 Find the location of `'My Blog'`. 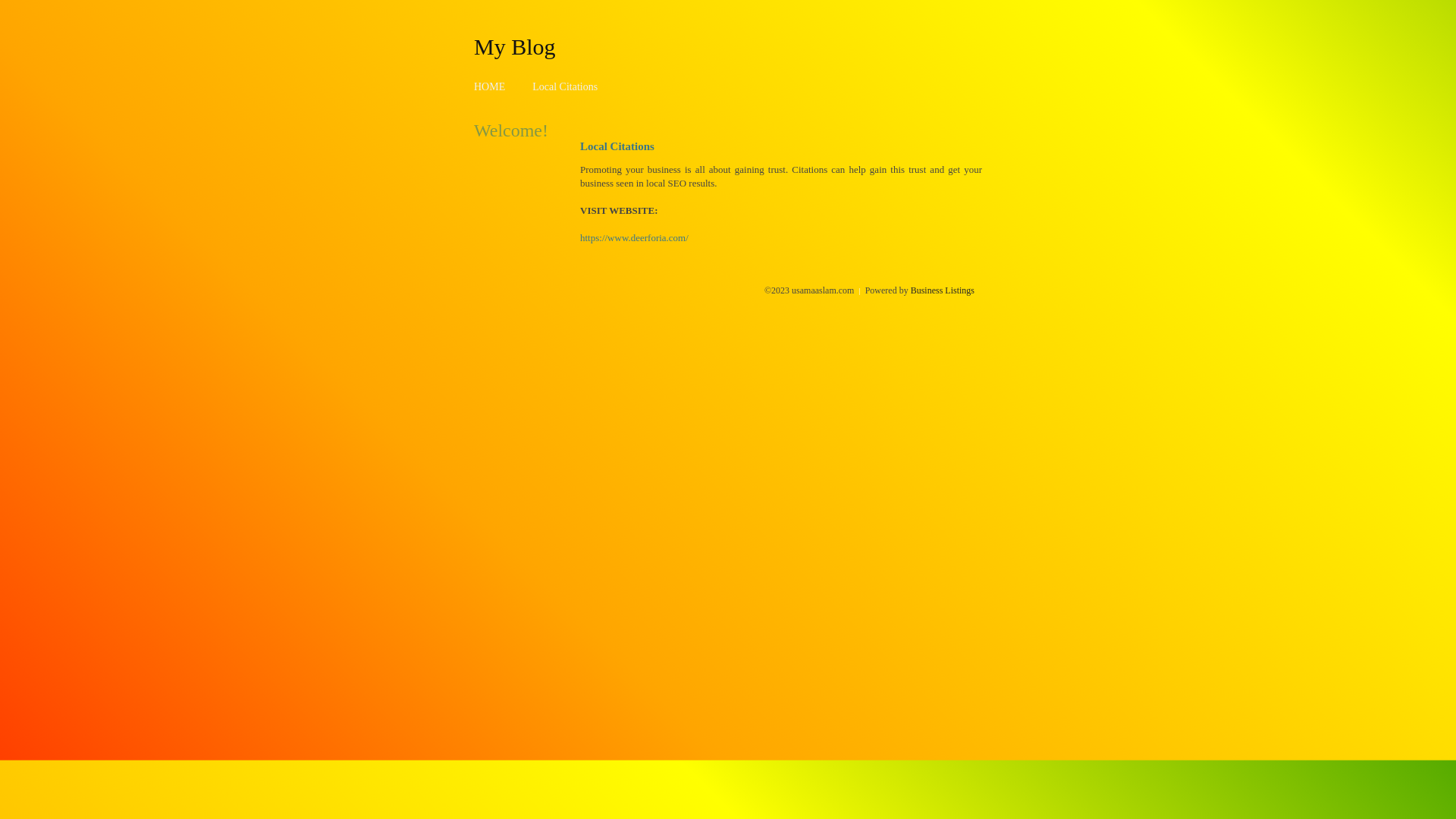

'My Blog' is located at coordinates (472, 45).